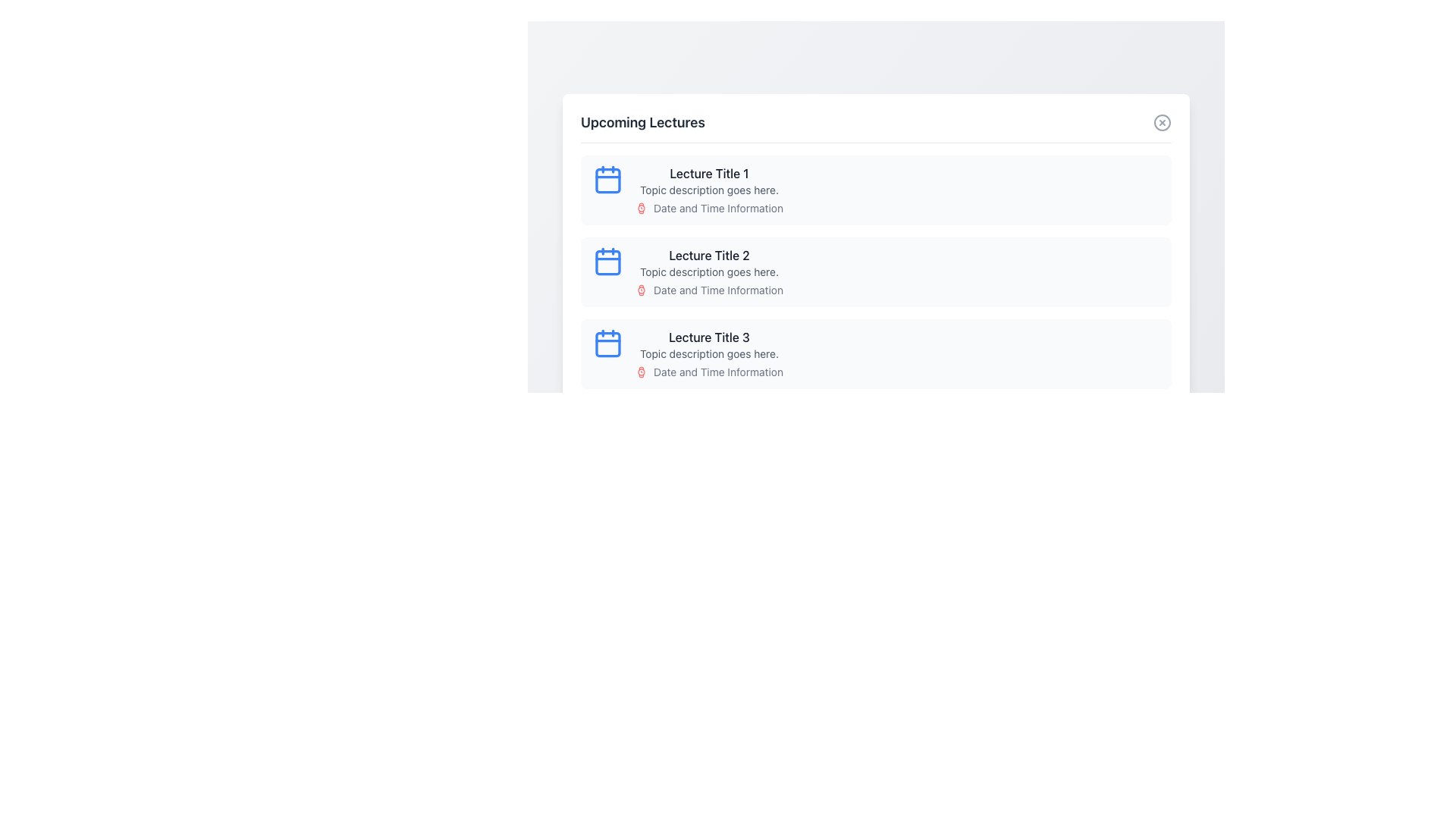 The image size is (1456, 819). What do you see at coordinates (607, 344) in the screenshot?
I see `the blank white square inside the third calendar icon for 'Lecture Title 3', which has a blue border and is located at the center of the calendar icon` at bounding box center [607, 344].